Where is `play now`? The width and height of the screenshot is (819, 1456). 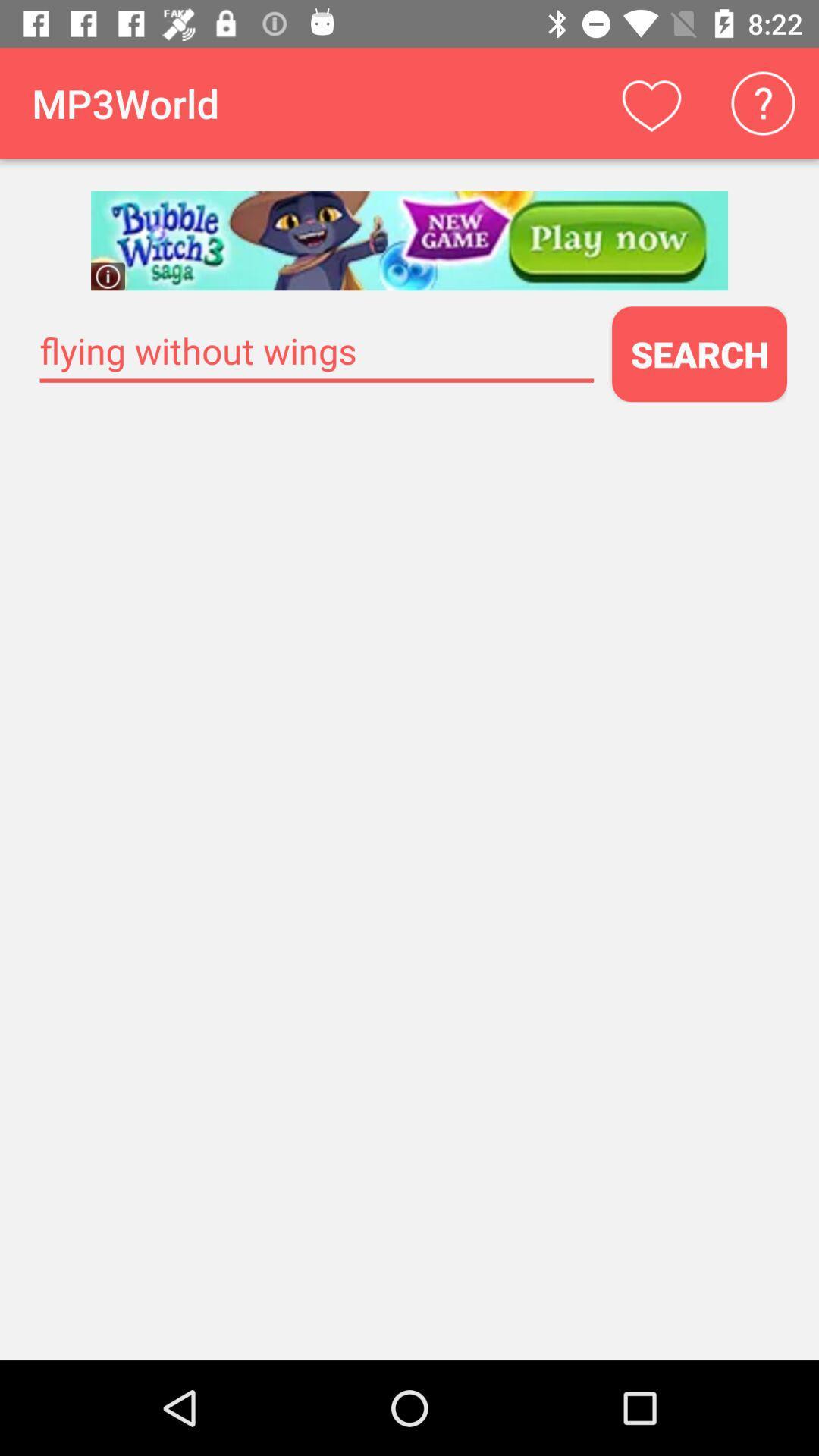
play now is located at coordinates (409, 240).